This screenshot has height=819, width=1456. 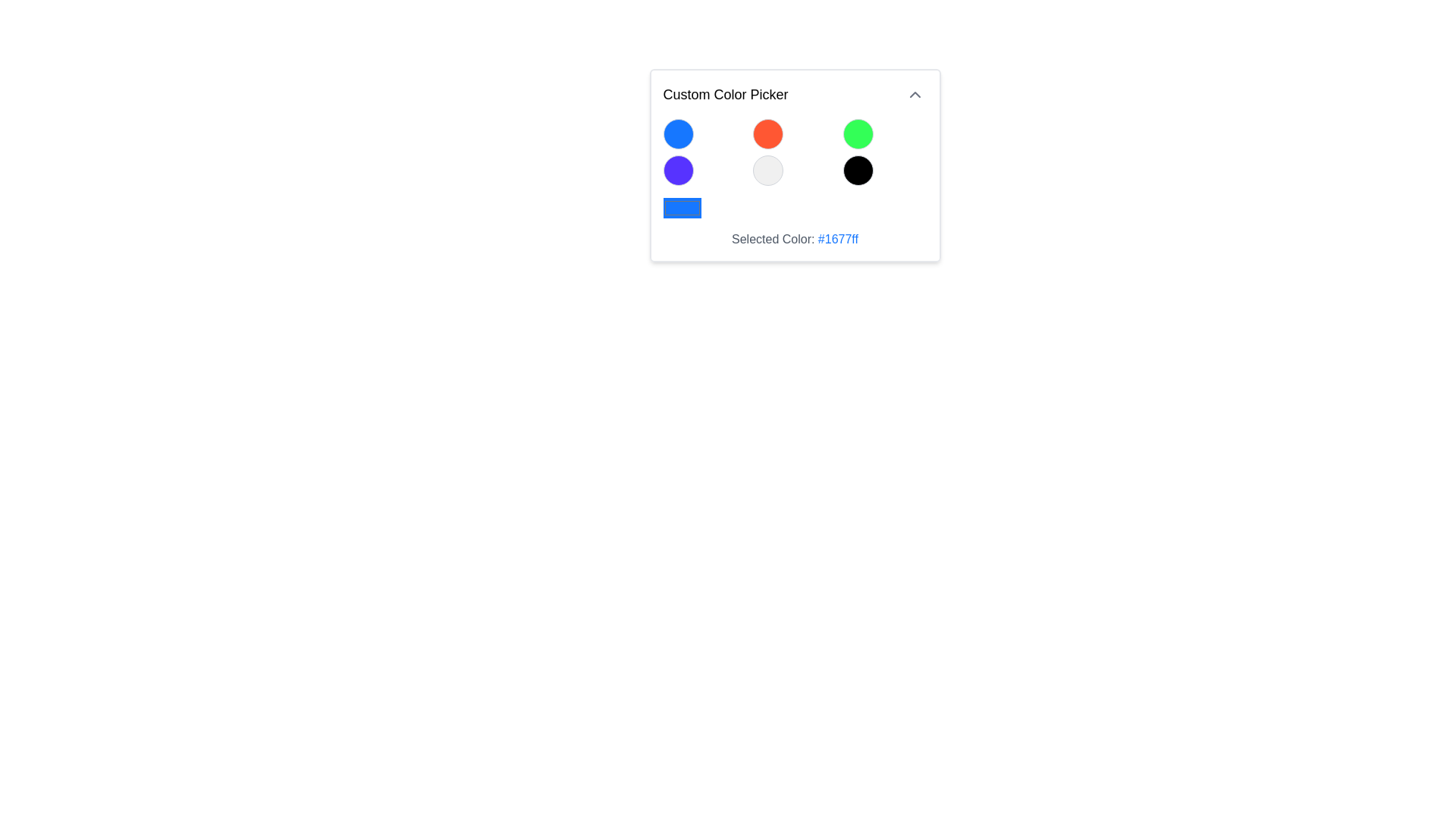 I want to click on the bright green color button in the color picker, so click(x=858, y=133).